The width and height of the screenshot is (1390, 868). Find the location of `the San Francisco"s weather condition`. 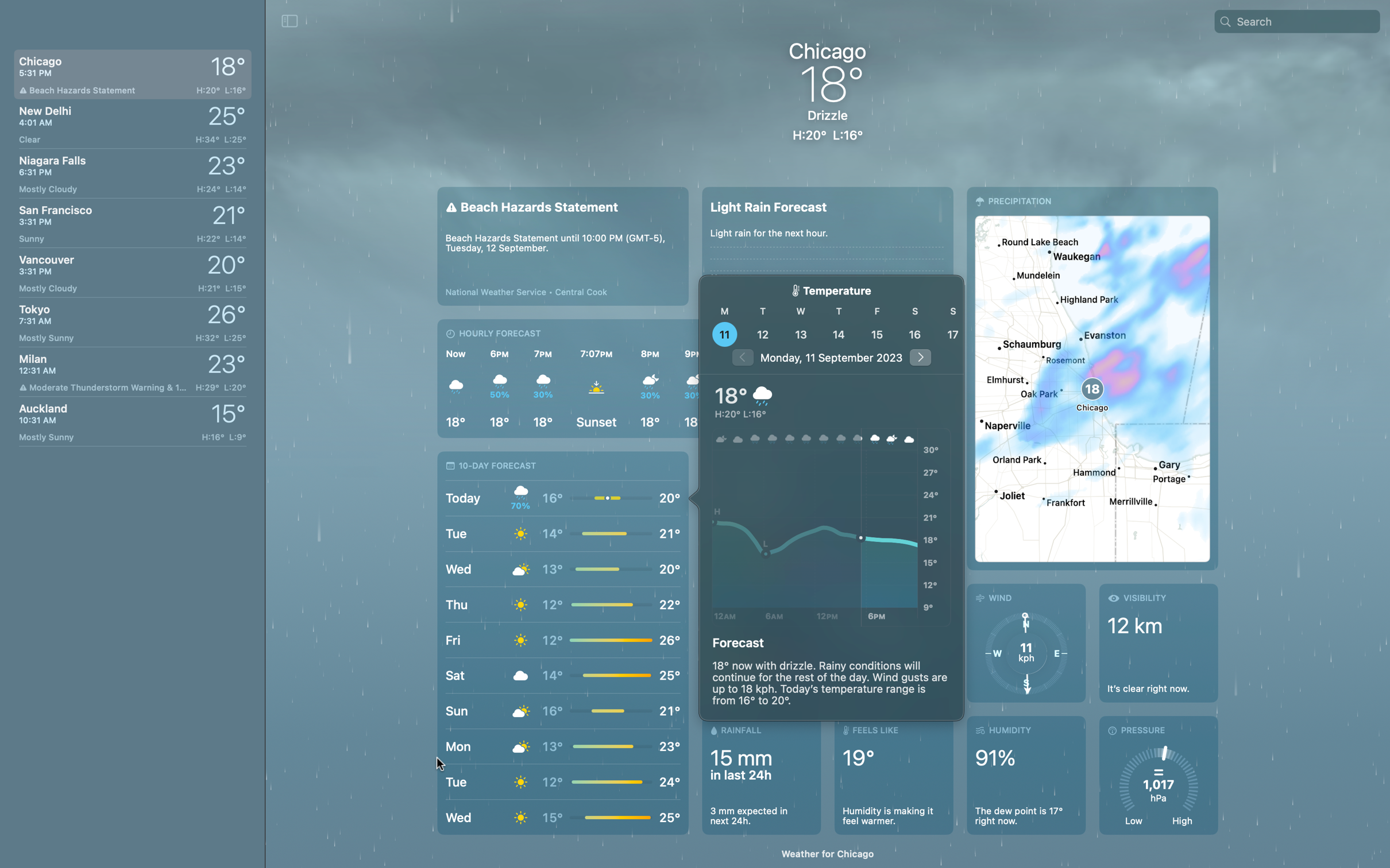

the San Francisco"s weather condition is located at coordinates (130, 219).